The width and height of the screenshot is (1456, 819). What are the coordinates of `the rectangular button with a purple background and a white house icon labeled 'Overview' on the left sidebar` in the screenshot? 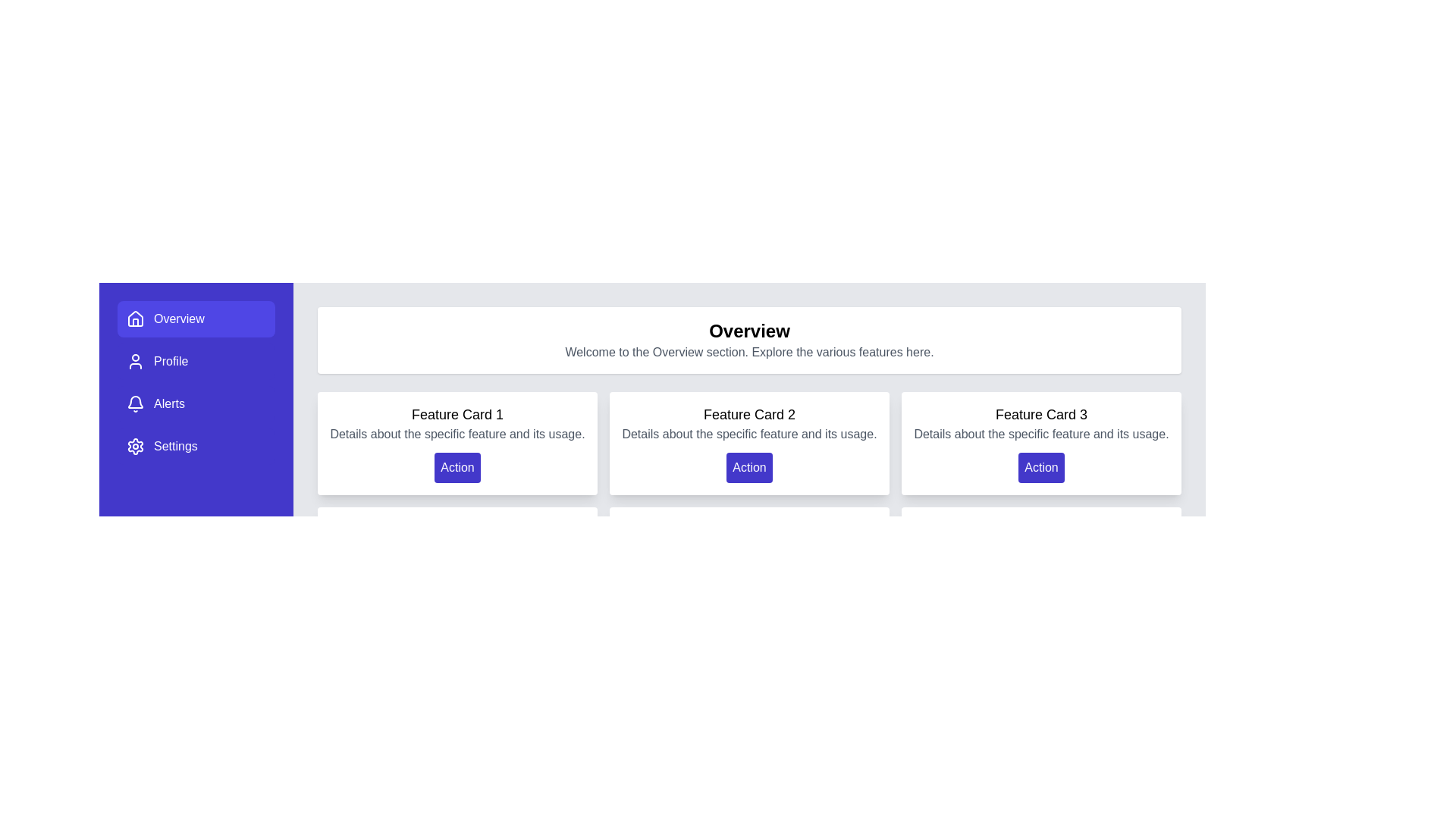 It's located at (196, 318).